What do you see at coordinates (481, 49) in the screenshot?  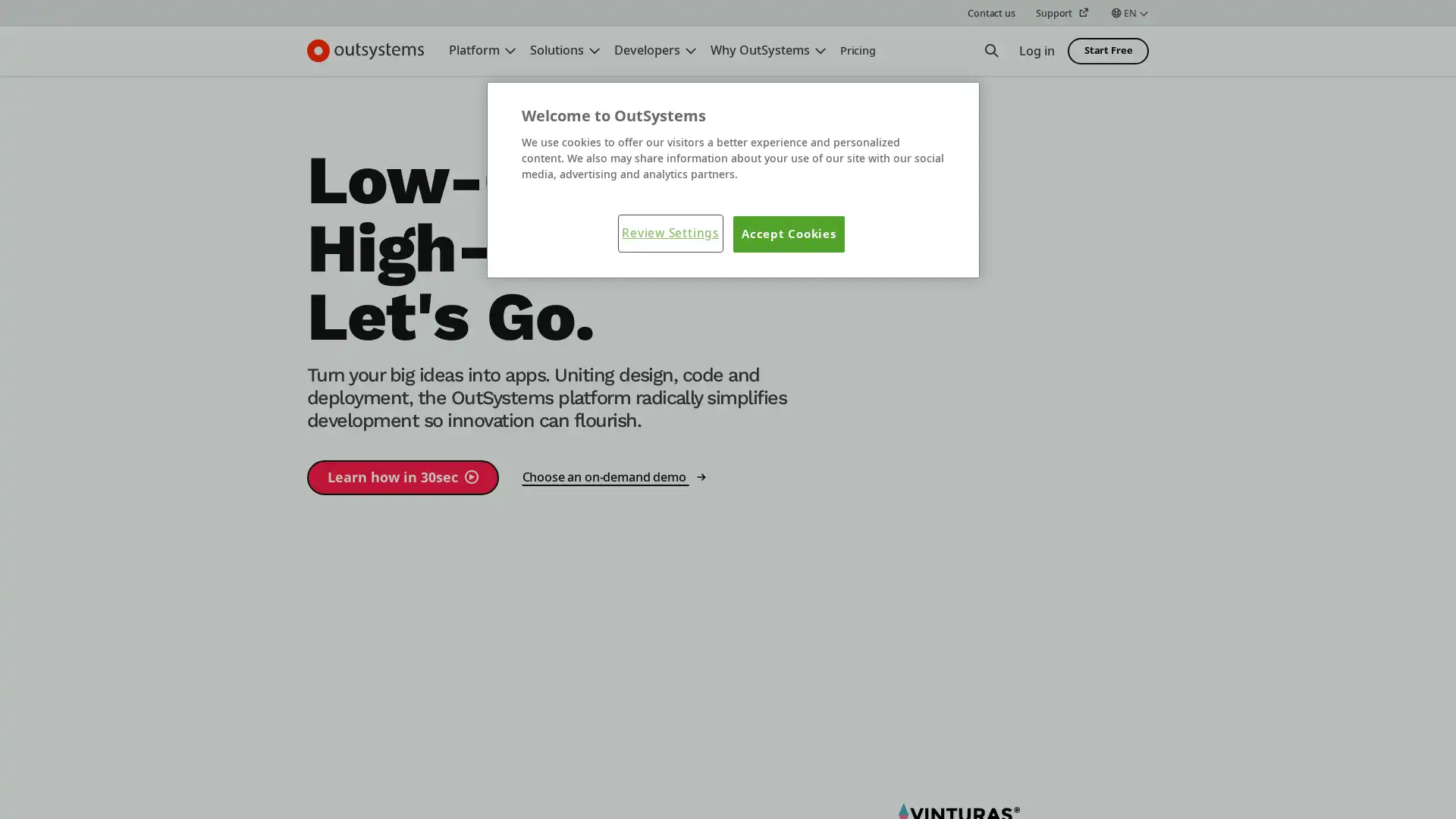 I see `Platform` at bounding box center [481, 49].